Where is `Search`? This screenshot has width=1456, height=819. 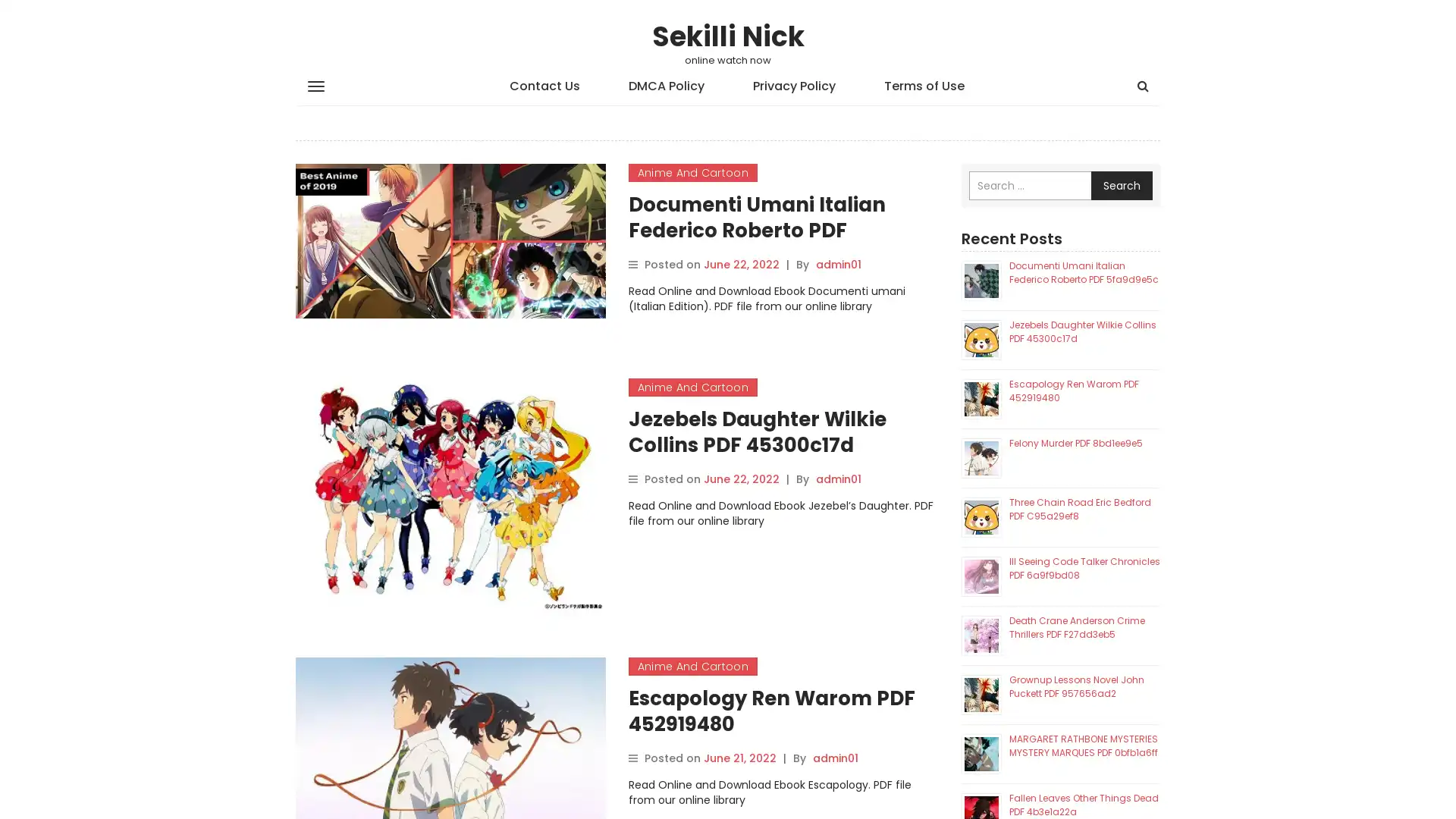 Search is located at coordinates (1122, 185).